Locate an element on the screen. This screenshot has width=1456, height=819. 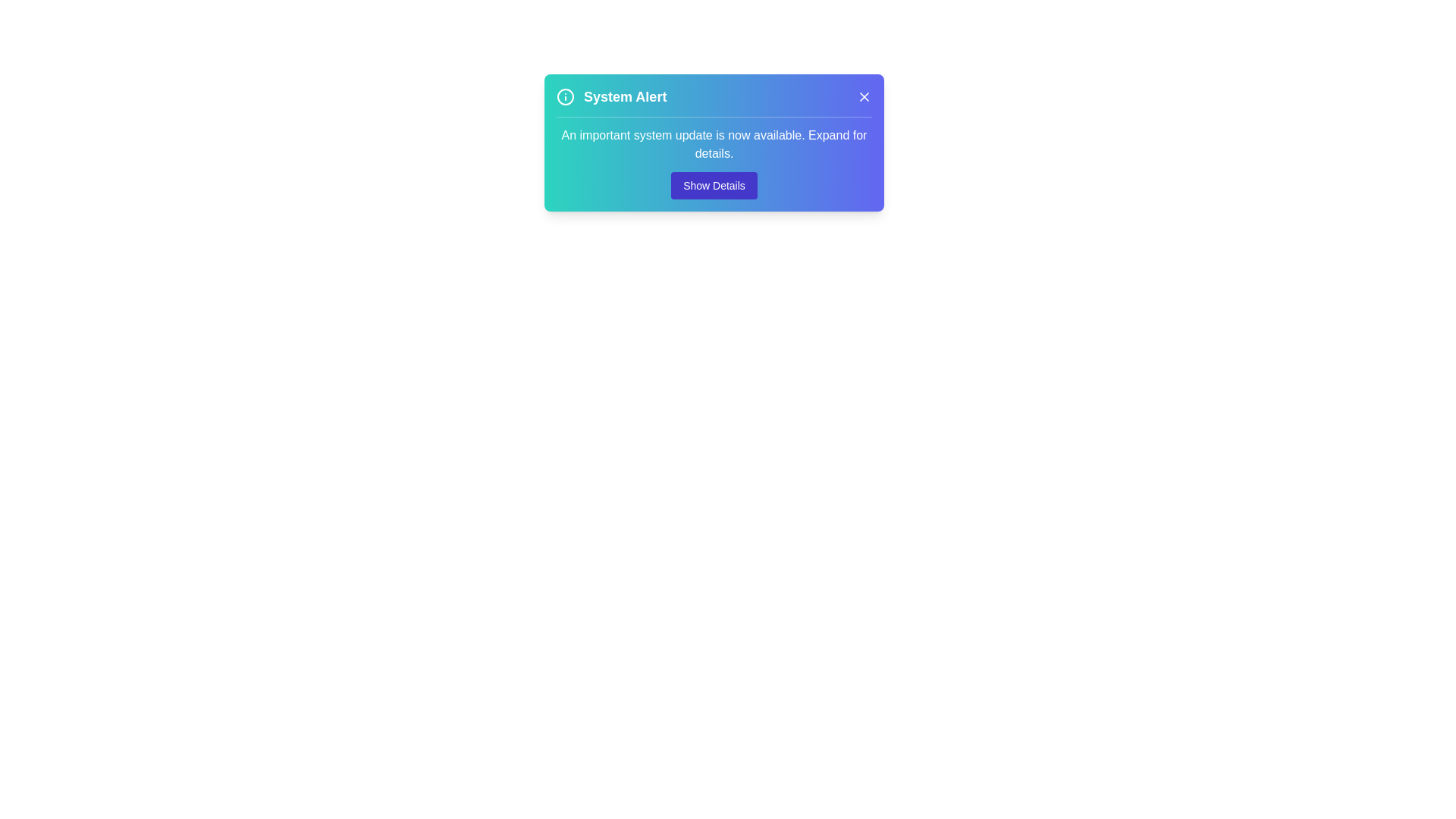
the close button to dismiss the alert is located at coordinates (864, 96).